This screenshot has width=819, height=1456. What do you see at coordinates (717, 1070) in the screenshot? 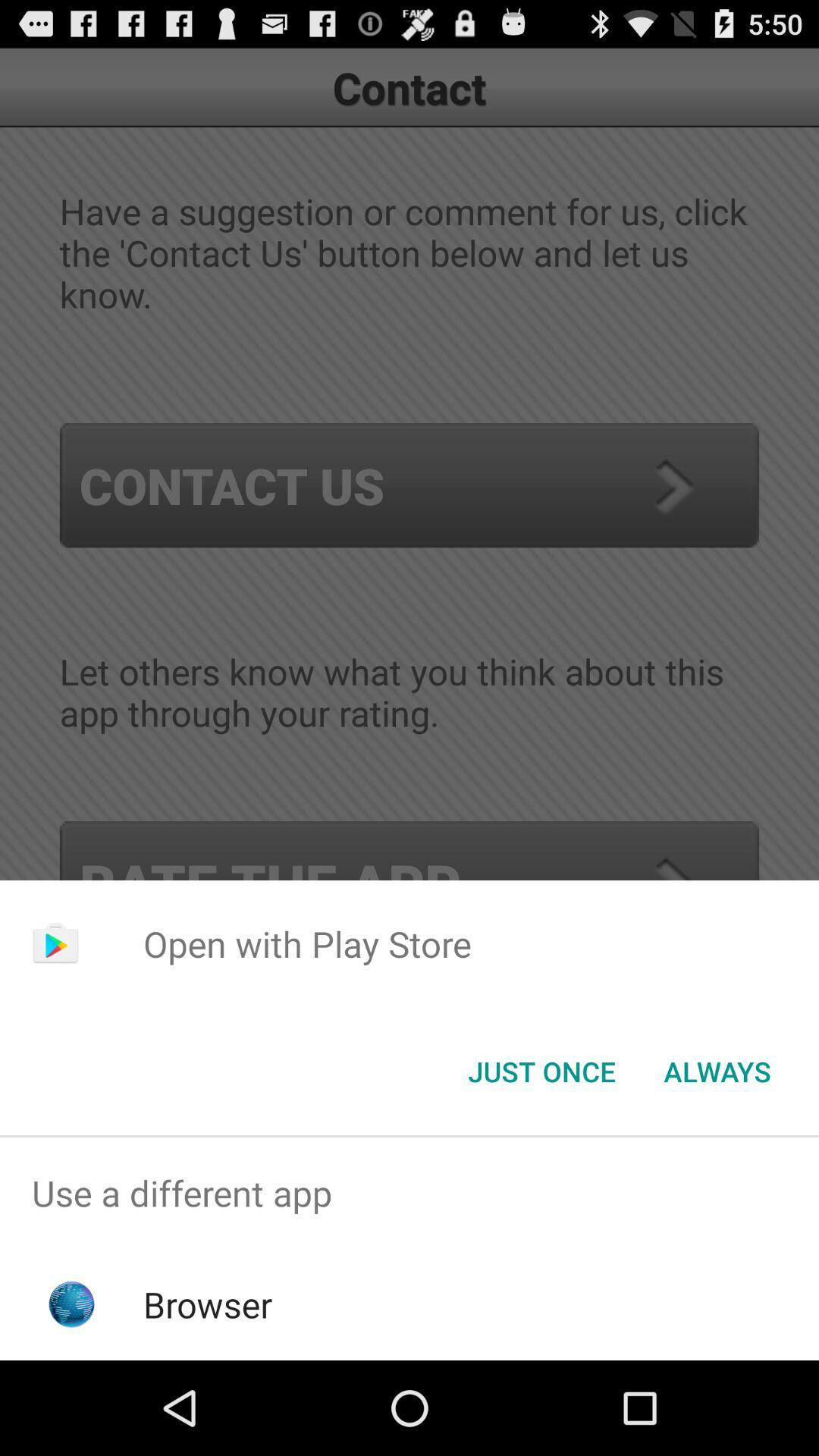
I see `always at the bottom right corner` at bounding box center [717, 1070].